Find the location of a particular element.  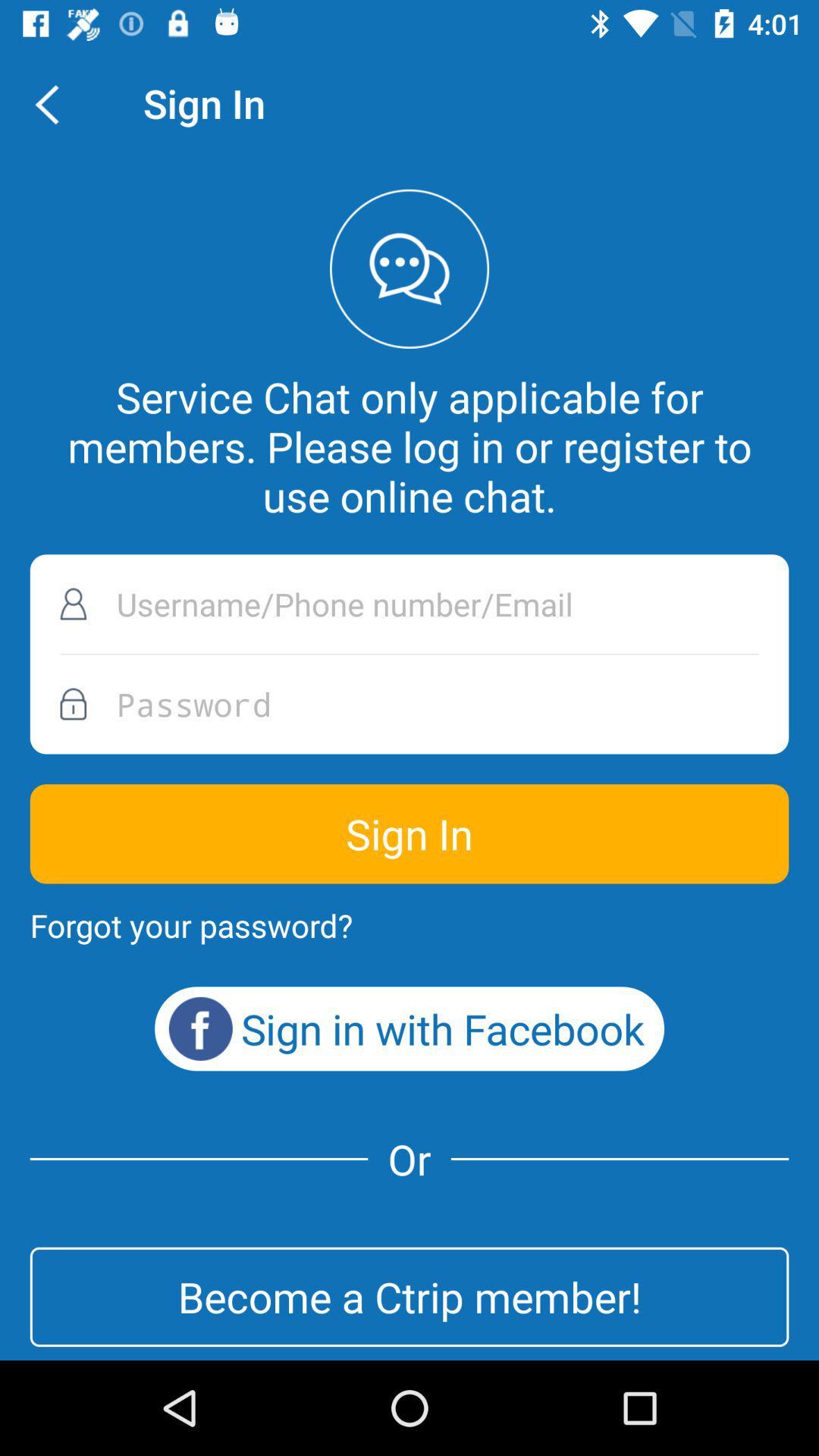

the icon above the service chat only is located at coordinates (55, 102).